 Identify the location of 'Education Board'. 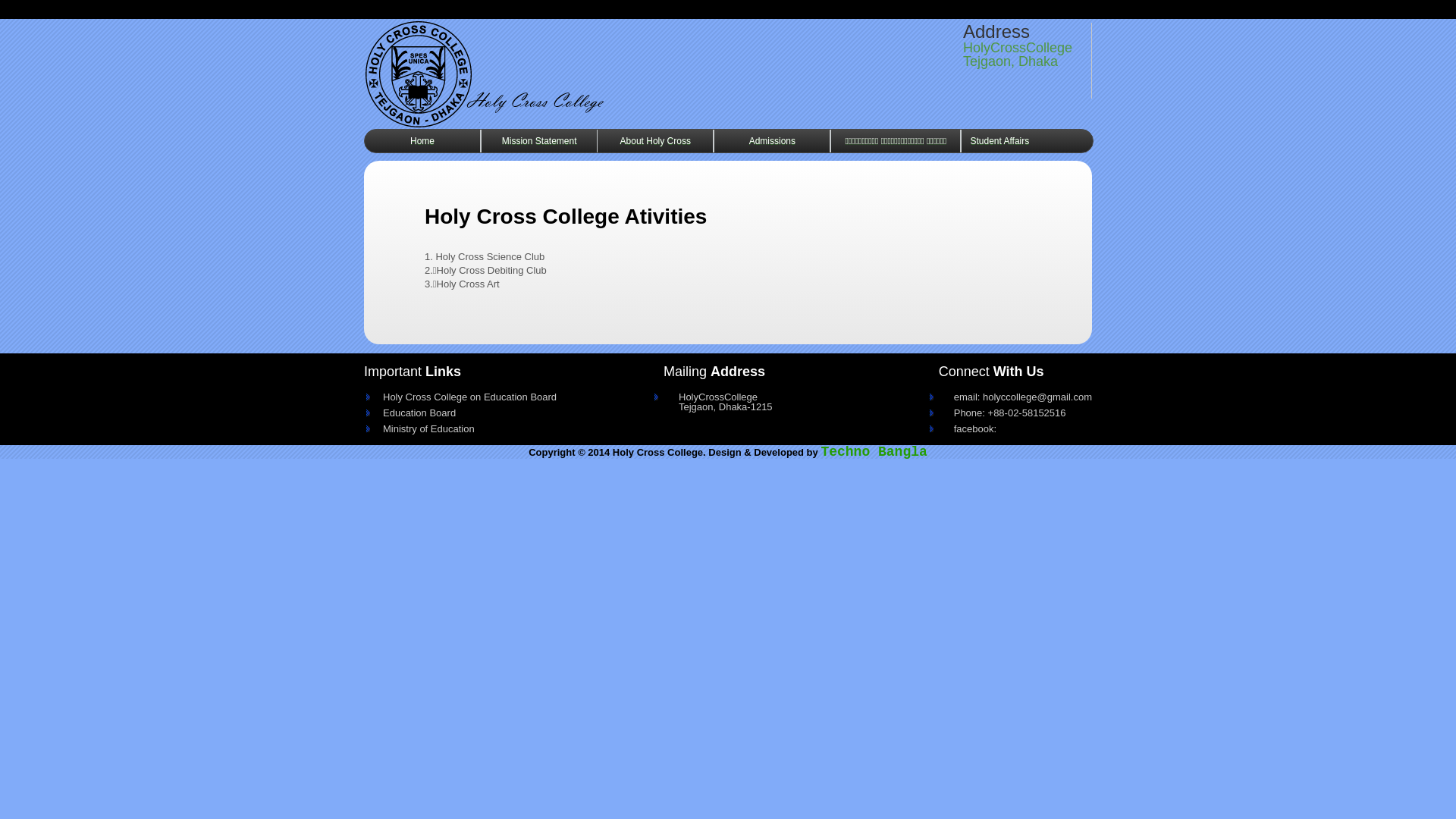
(375, 409).